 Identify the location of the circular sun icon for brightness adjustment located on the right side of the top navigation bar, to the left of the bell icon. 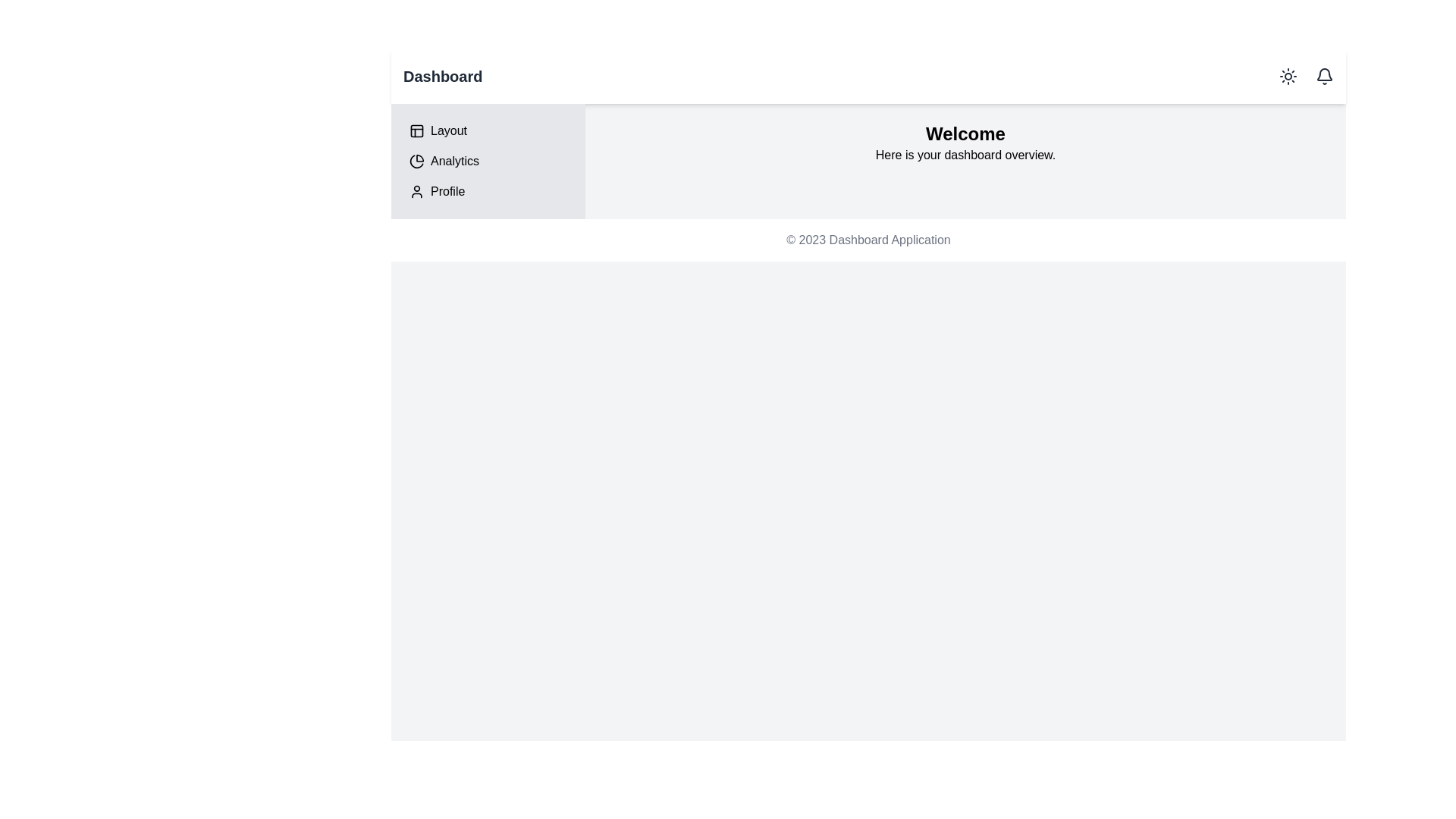
(1288, 76).